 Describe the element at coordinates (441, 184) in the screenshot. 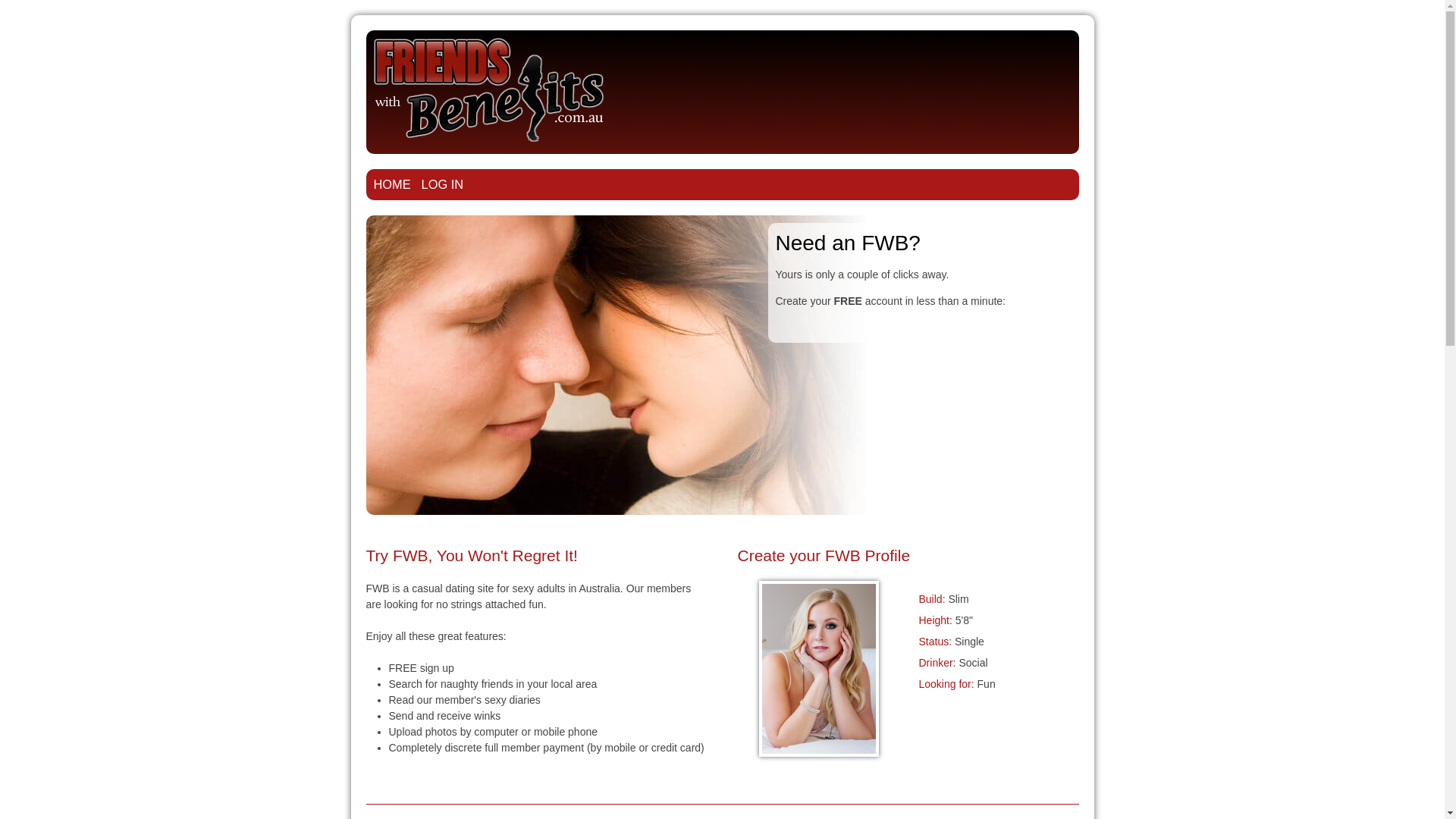

I see `'LOG IN'` at that location.